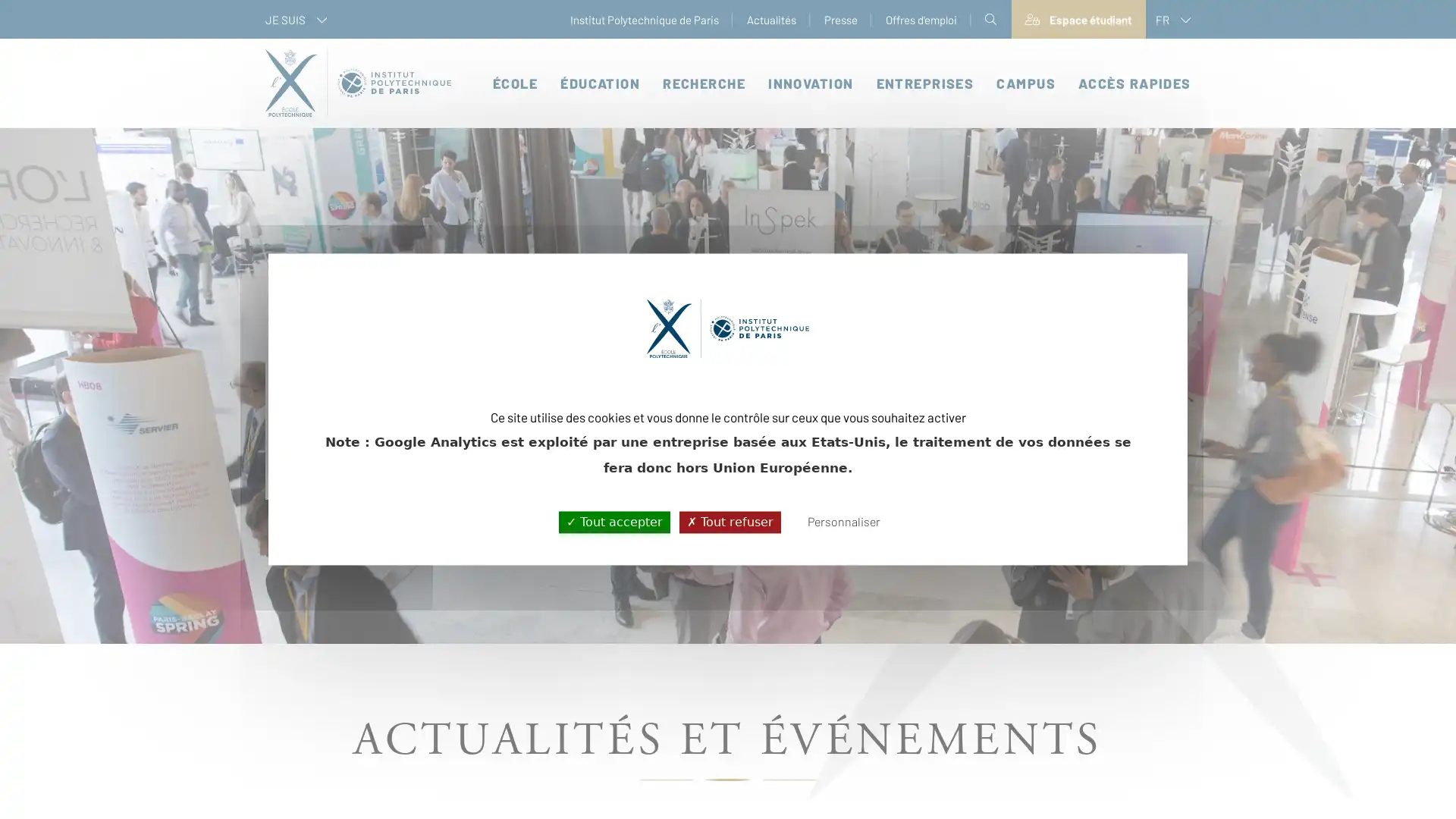 This screenshot has width=1456, height=819. What do you see at coordinates (729, 521) in the screenshot?
I see `Tout refuser` at bounding box center [729, 521].